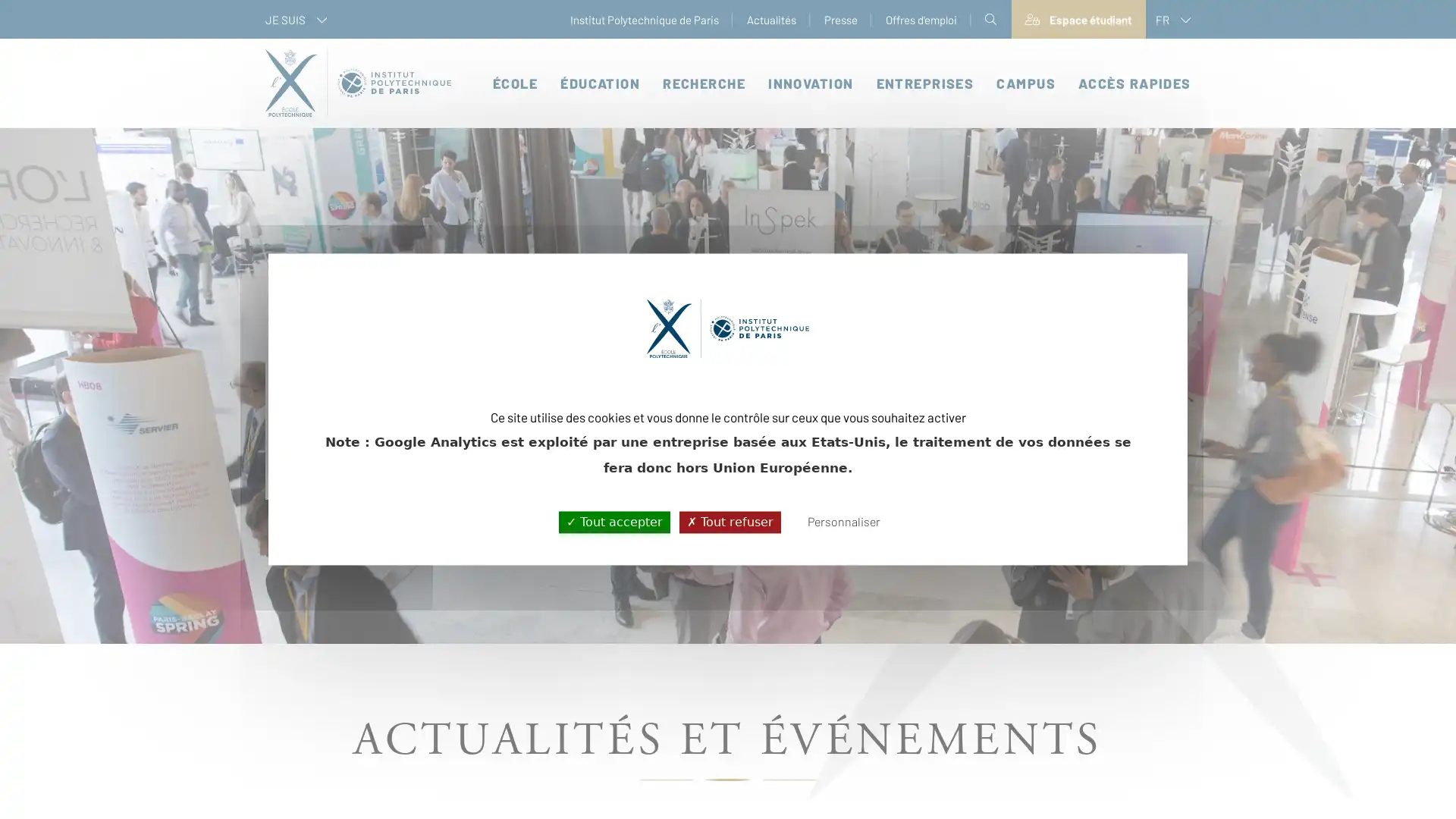 This screenshot has width=1456, height=819. What do you see at coordinates (729, 521) in the screenshot?
I see `Tout refuser` at bounding box center [729, 521].